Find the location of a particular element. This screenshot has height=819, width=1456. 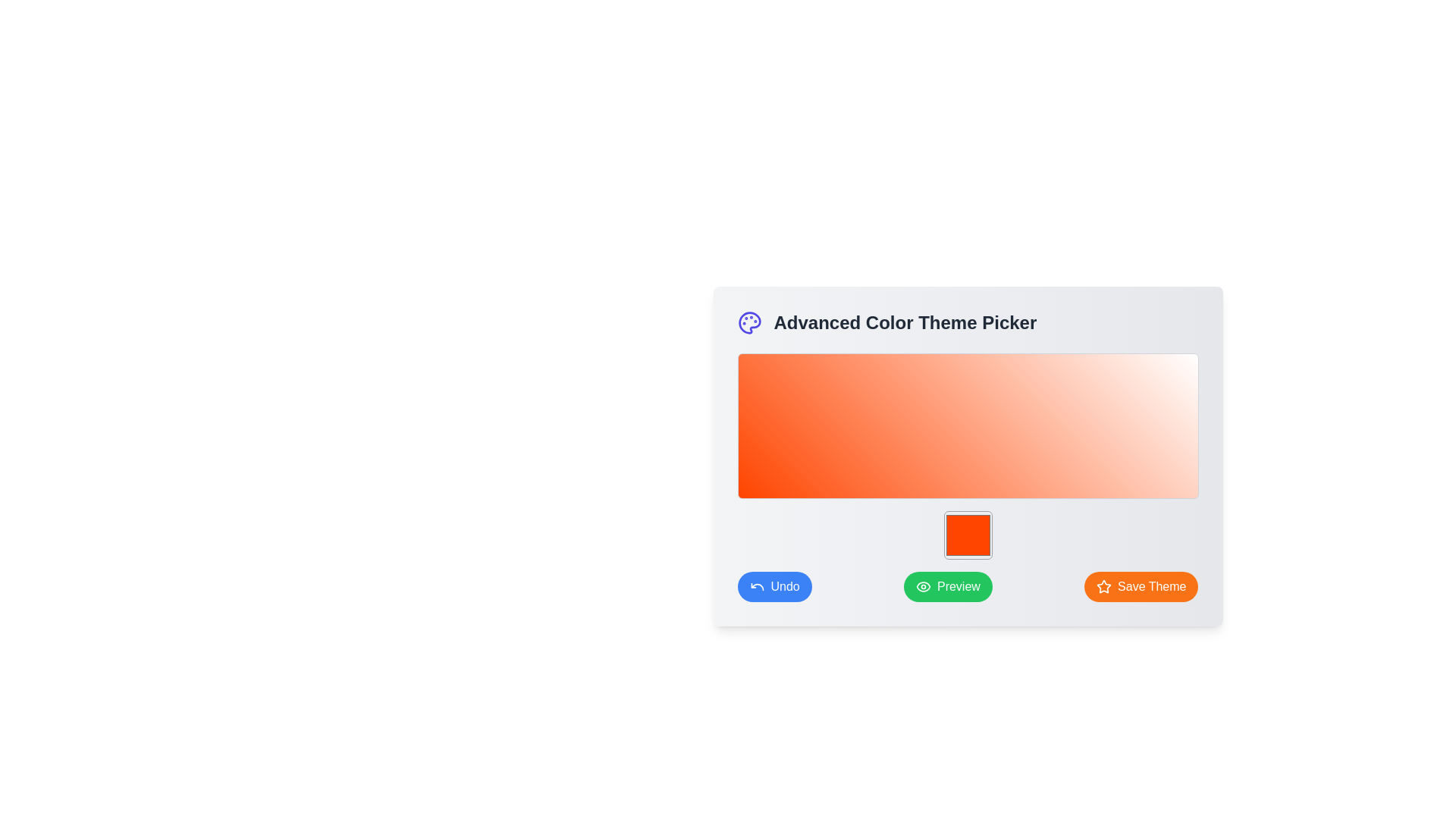

the vibrant orange color picker button, which is a square button with rounded corners and a gray border is located at coordinates (967, 534).